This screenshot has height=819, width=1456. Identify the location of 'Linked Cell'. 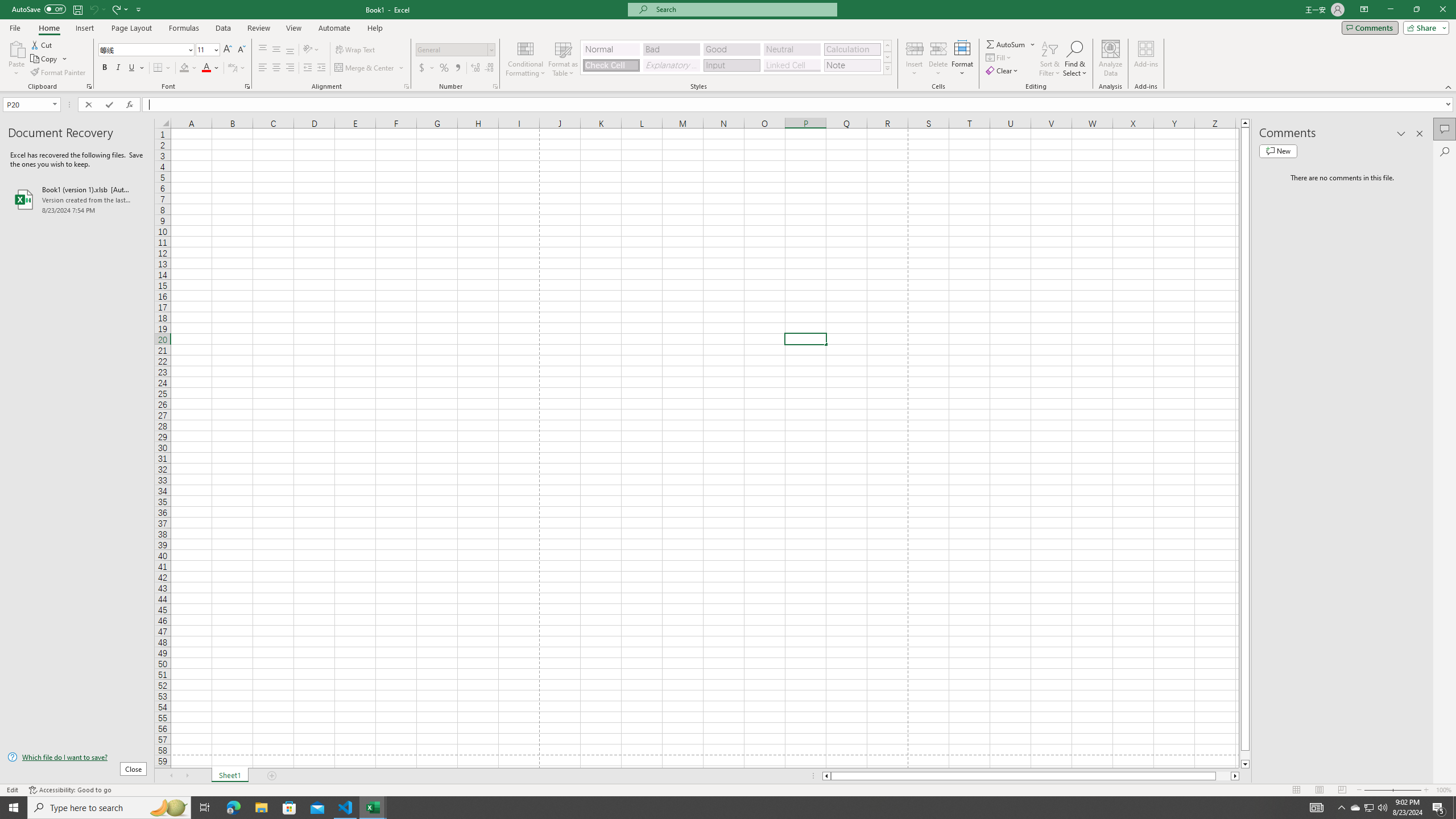
(791, 65).